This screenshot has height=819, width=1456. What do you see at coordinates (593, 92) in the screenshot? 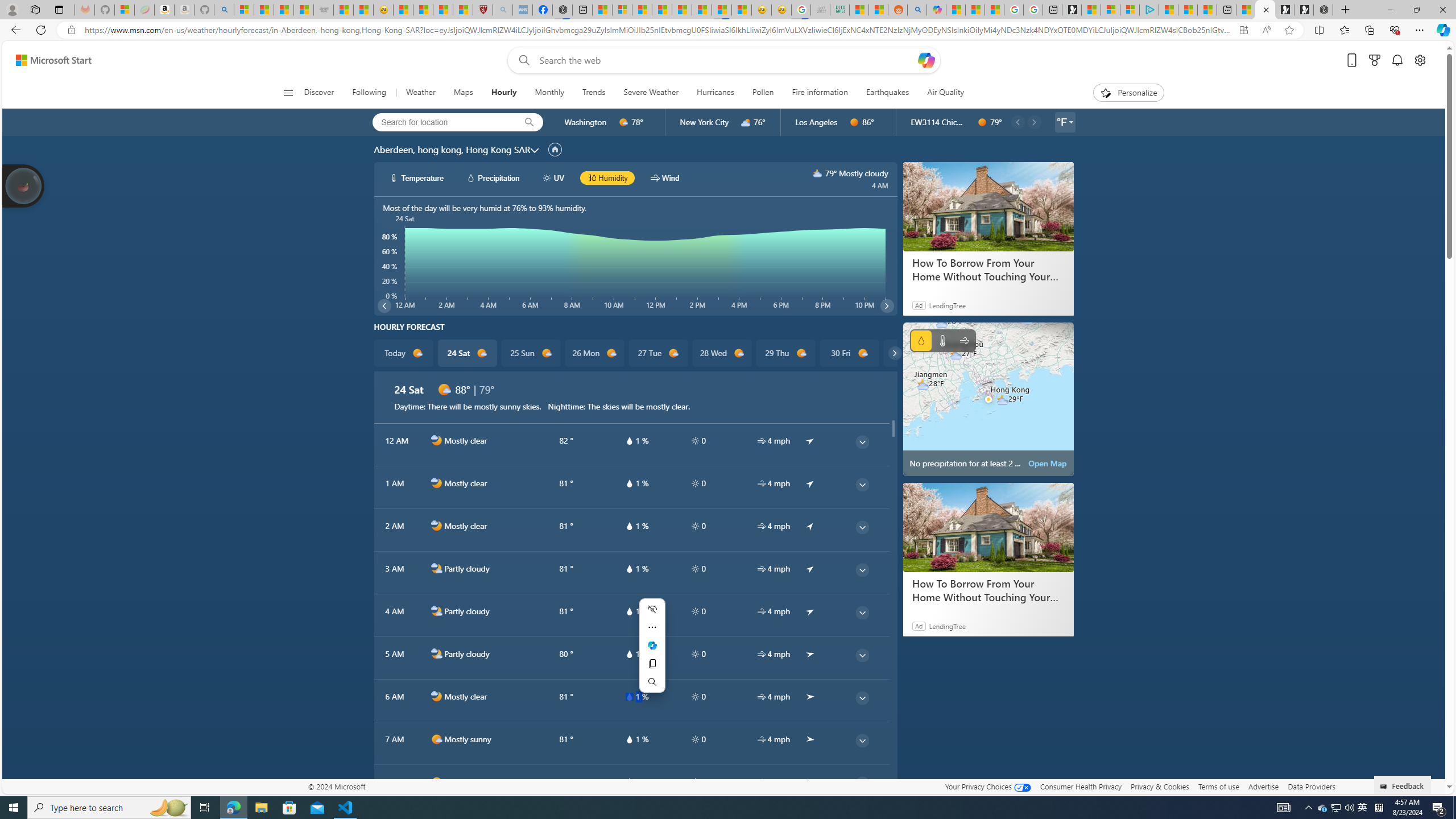
I see `'Trends'` at bounding box center [593, 92].